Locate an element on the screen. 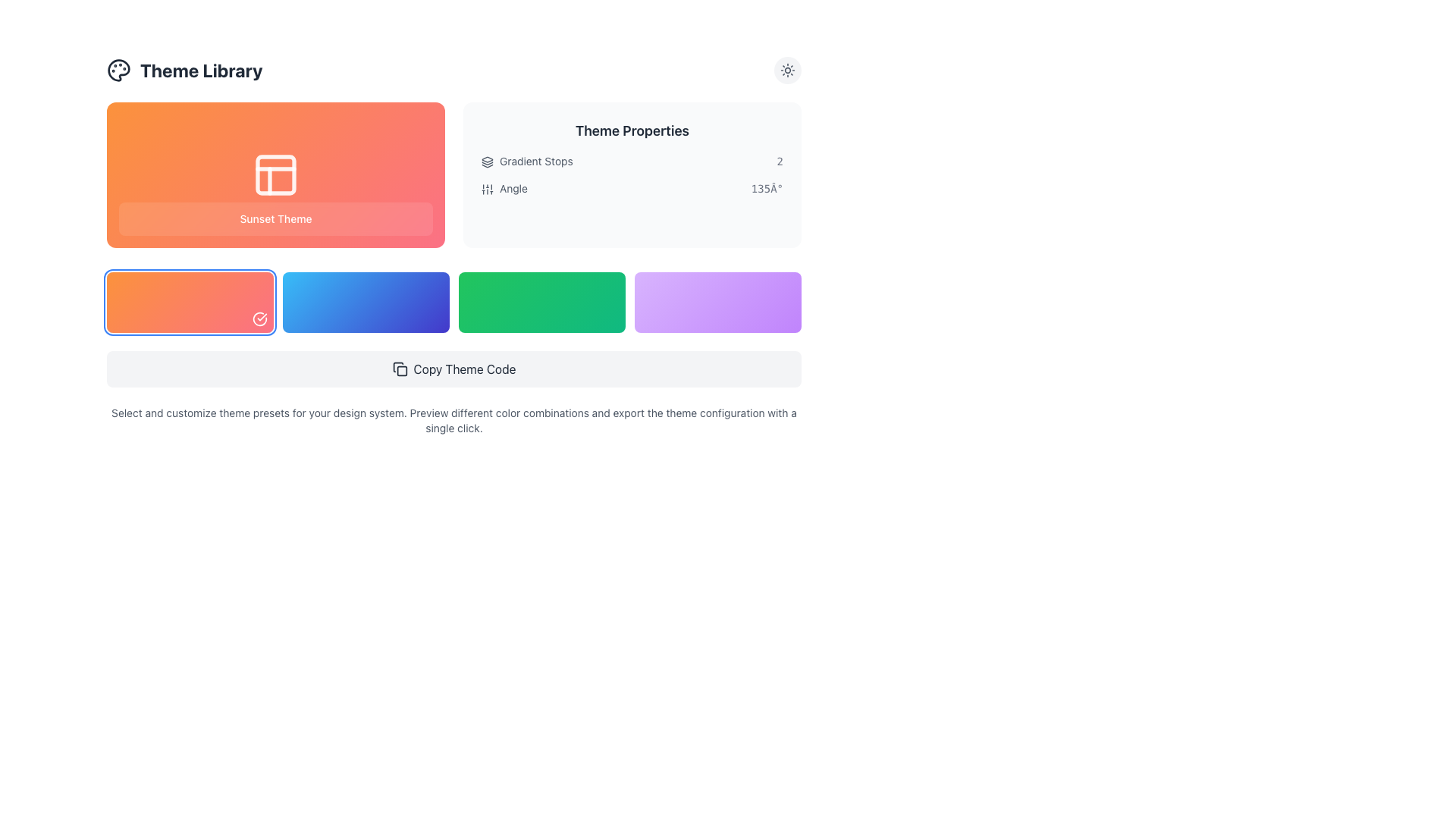 The width and height of the screenshot is (1456, 819). the icon resembling a stack of three layers, located next to the text 'Gradient Stops' in the 'Theme Properties' section is located at coordinates (488, 162).